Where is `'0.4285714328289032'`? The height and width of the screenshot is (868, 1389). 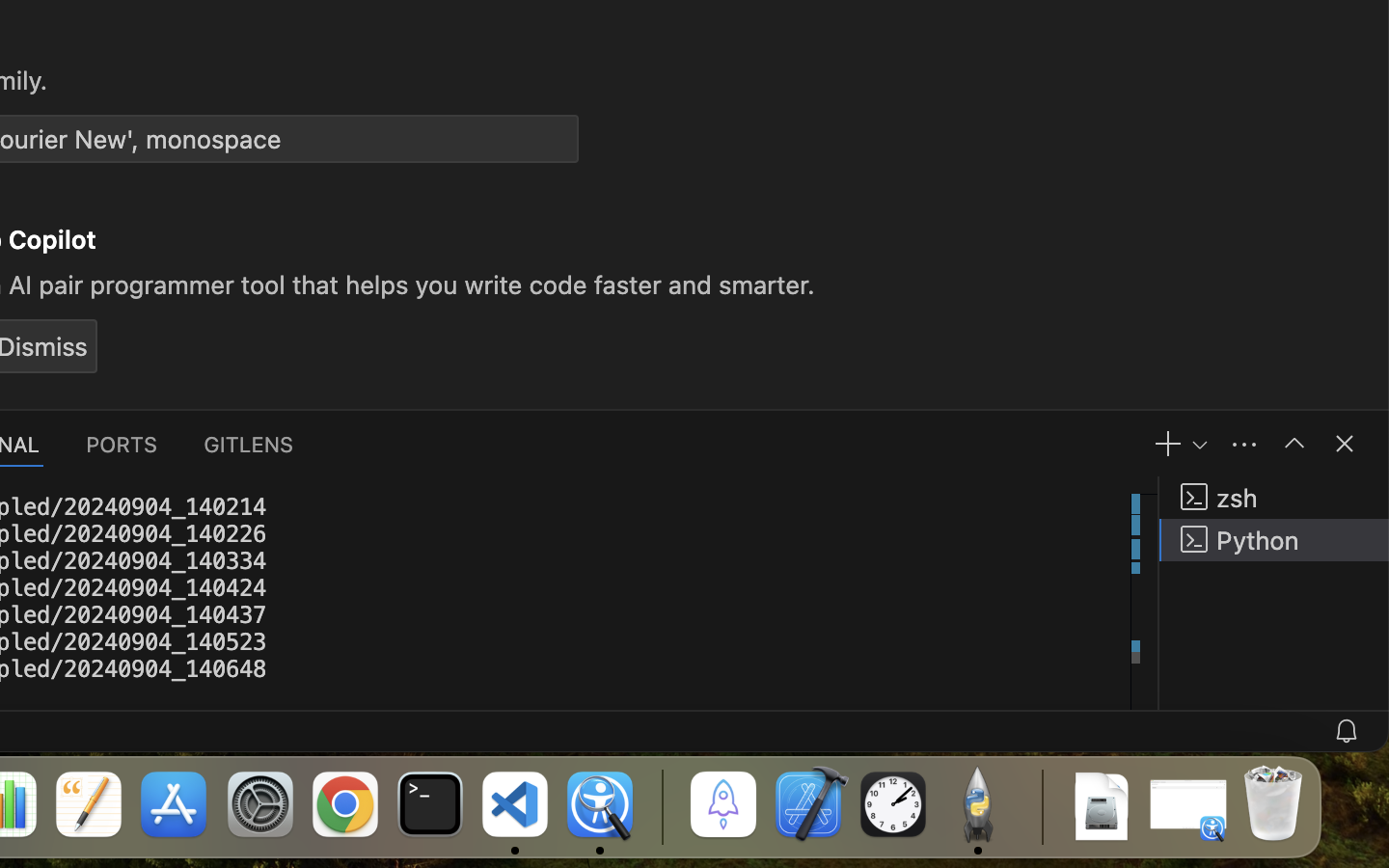
'0.4285714328289032' is located at coordinates (661, 805).